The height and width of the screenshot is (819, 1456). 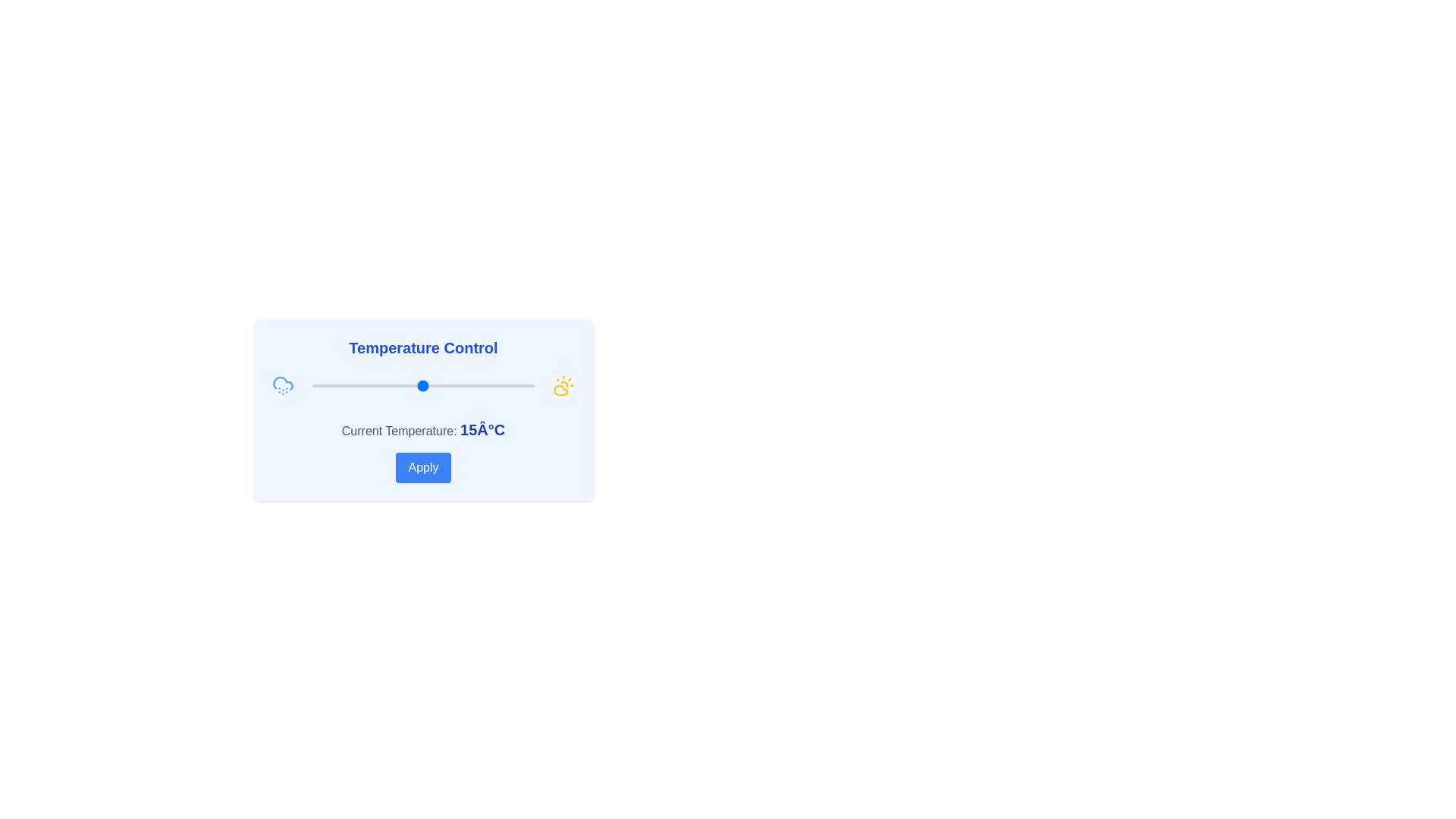 What do you see at coordinates (423, 467) in the screenshot?
I see `Apply button to confirm the selected temperature` at bounding box center [423, 467].